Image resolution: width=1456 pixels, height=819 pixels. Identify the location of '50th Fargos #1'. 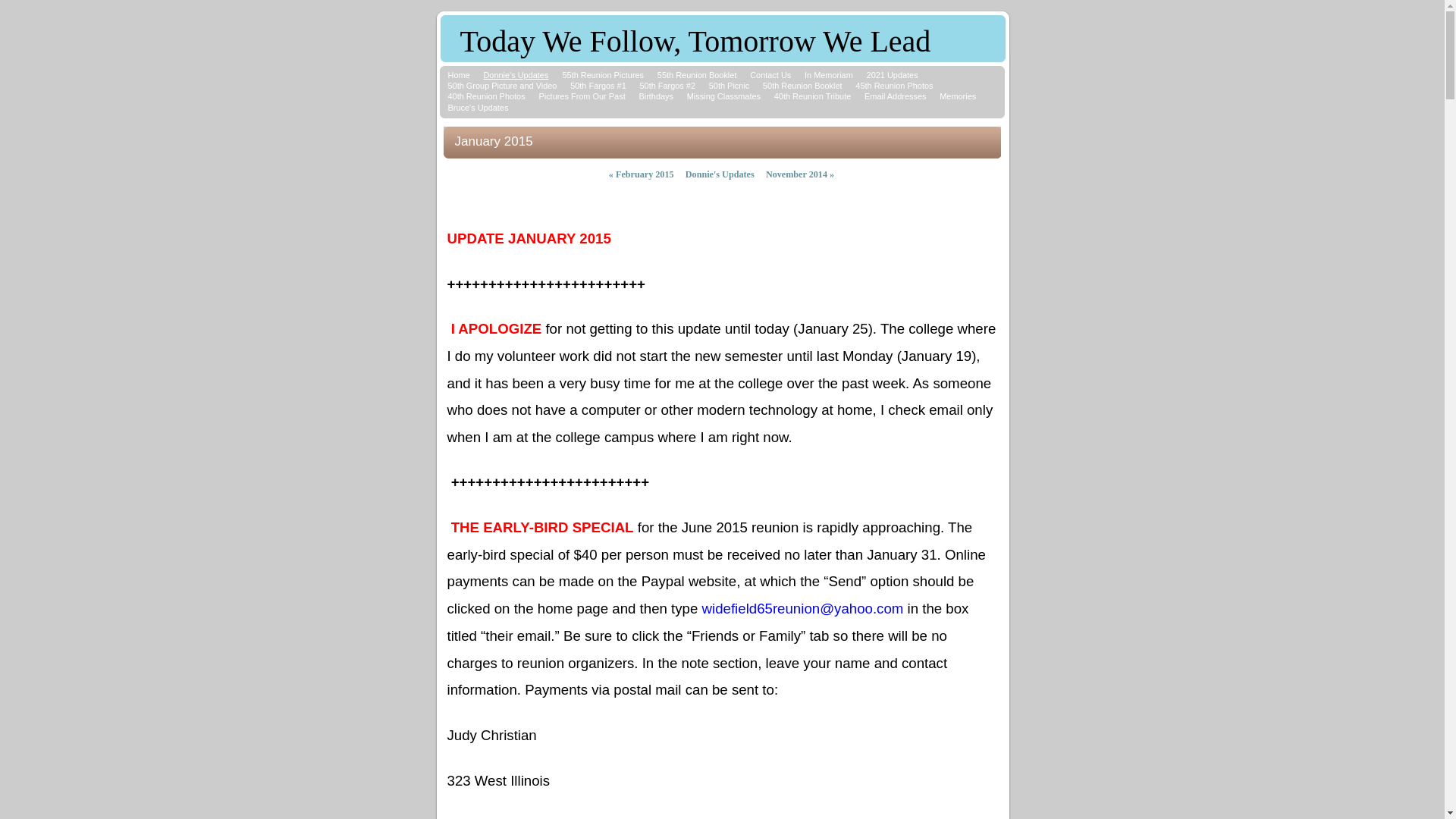
(597, 85).